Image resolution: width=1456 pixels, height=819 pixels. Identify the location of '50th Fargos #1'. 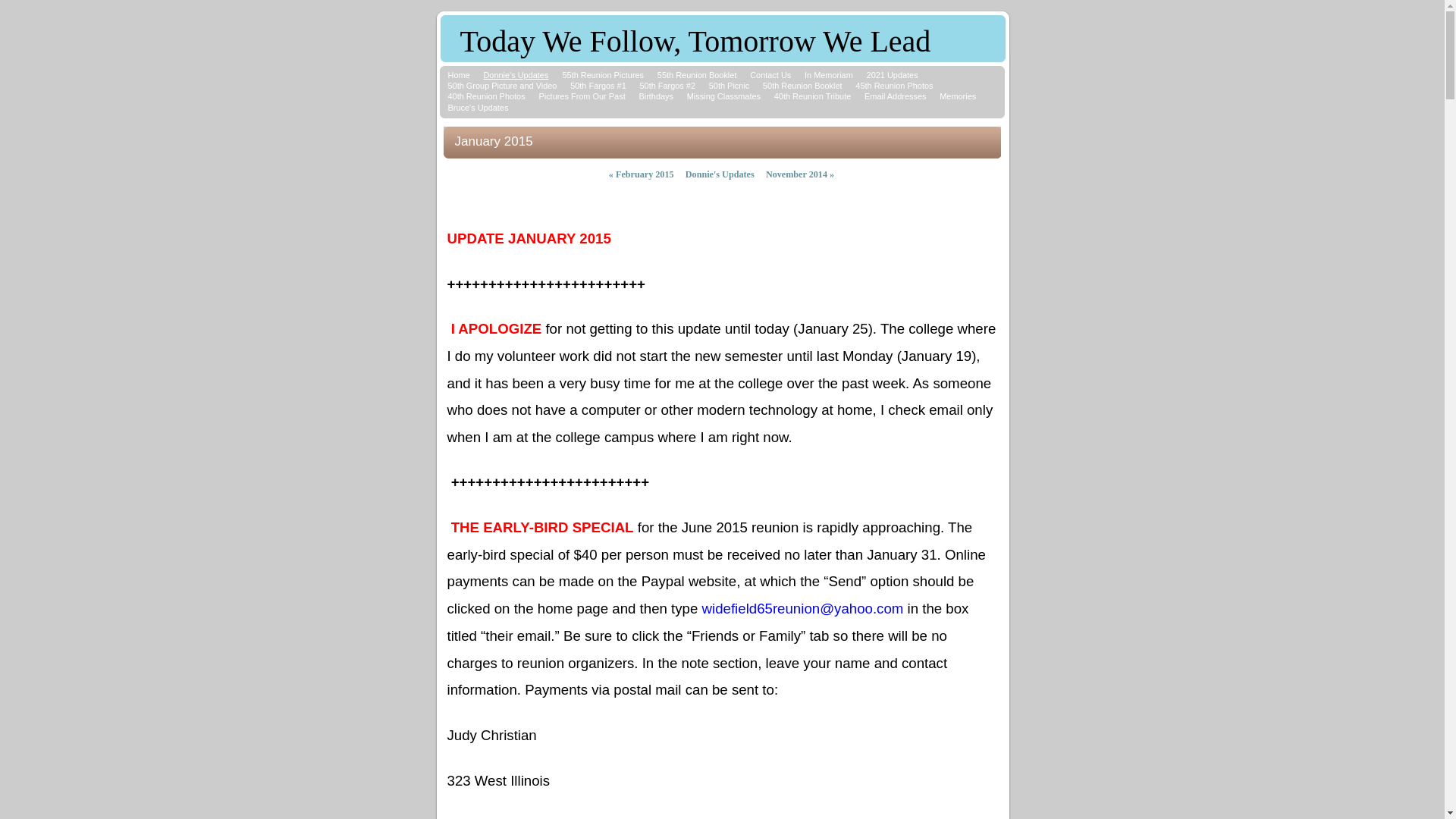
(597, 85).